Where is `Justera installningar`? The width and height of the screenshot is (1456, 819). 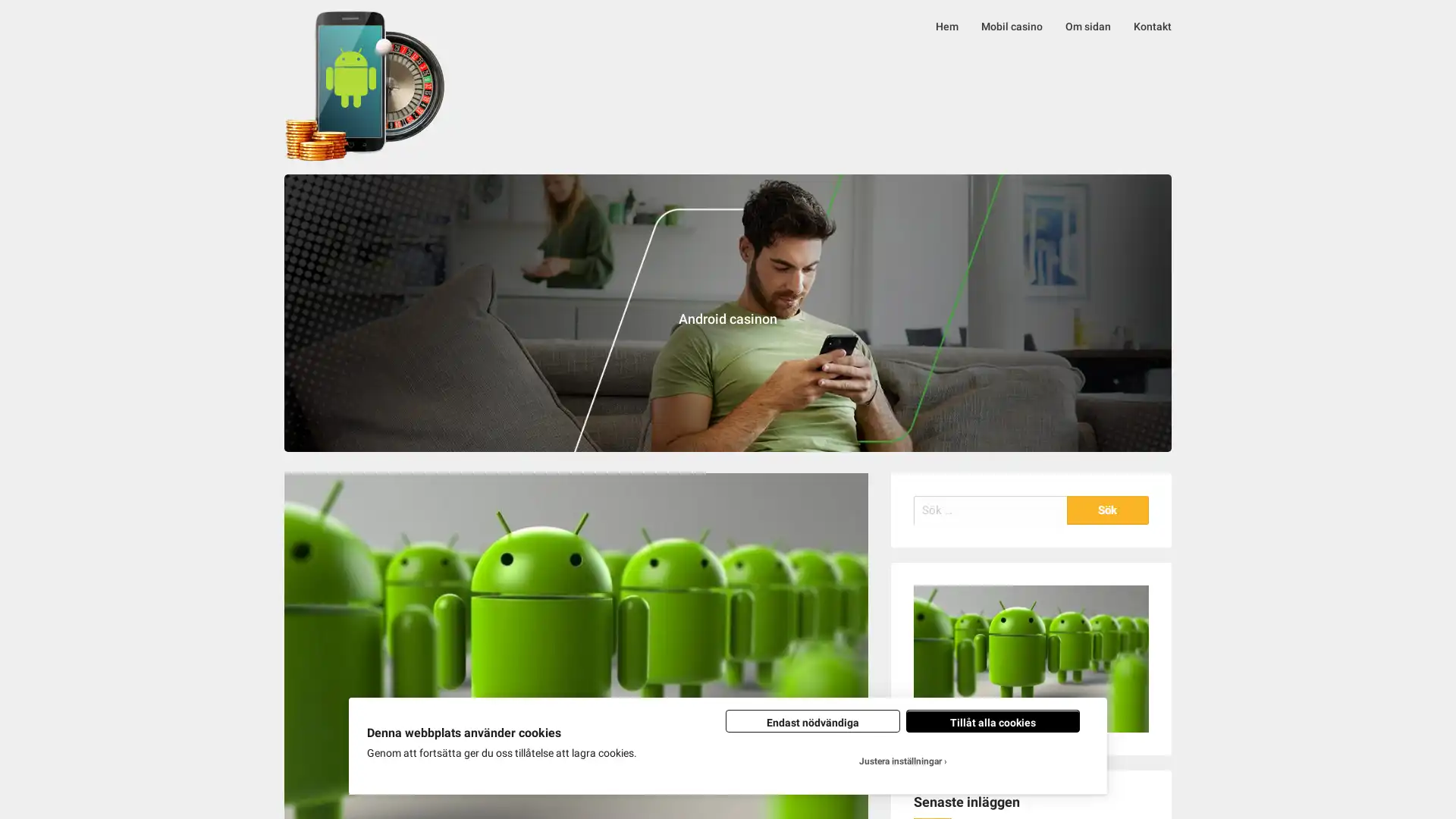 Justera installningar is located at coordinates (902, 760).